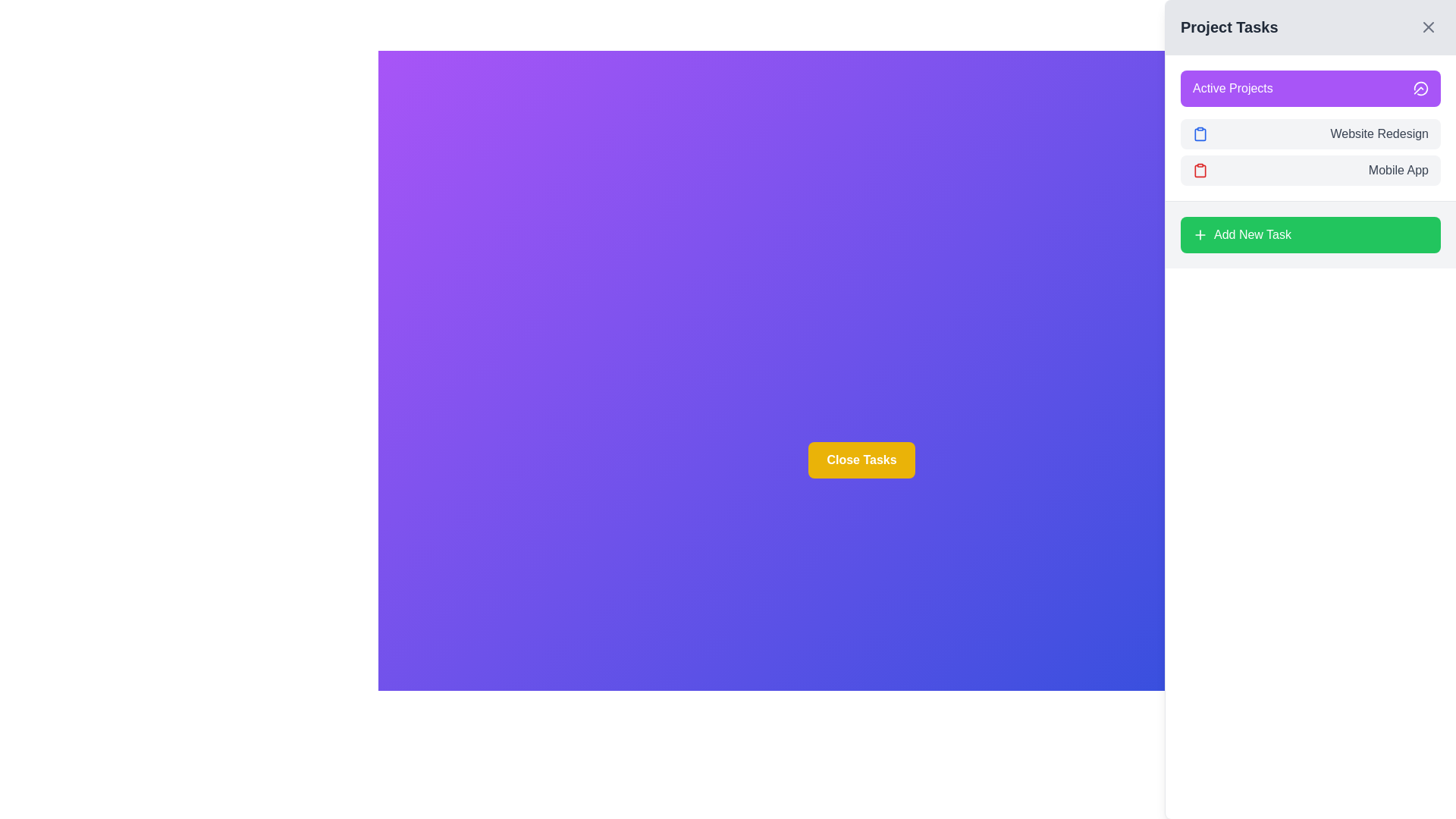 This screenshot has height=819, width=1456. I want to click on the close button with an SVG cross icon located at the top-right corner of the 'Project Tasks' panel to observe the hover effects, so click(1427, 27).